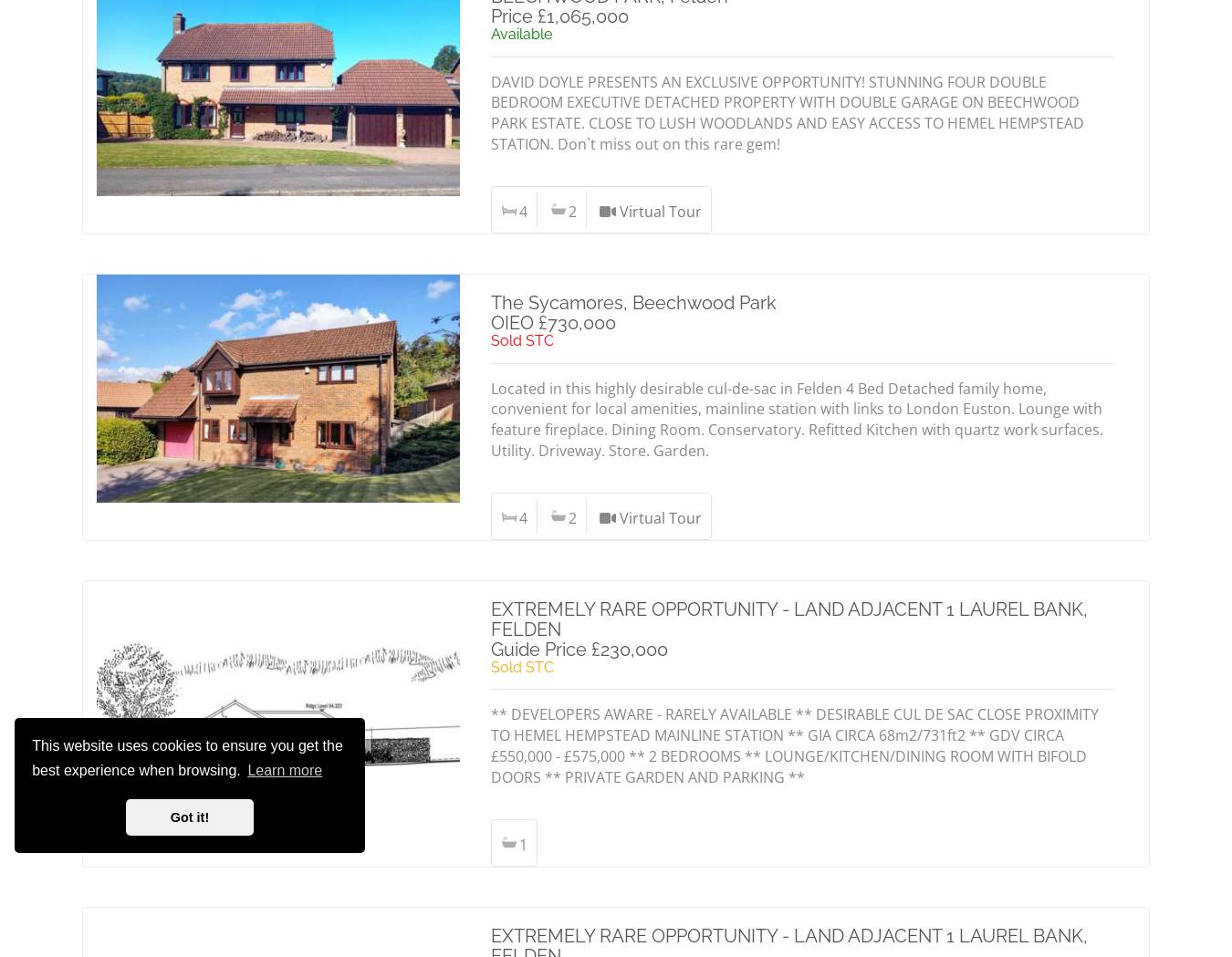 This screenshot has width=1232, height=957. What do you see at coordinates (788, 112) in the screenshot?
I see `'DAVID DOYLE PRESENTS AN EXCLUSIVE OPPORTUNITY! STUNNING FOUR DOUBLE BEDROOM EXECUTIVE DETACHED PROPERTY WITH DOUBLE GARAGE ON BEECHWOOD PARK ESTATE. CLOSE TO LUSH WOODLANDS AND EASY ACCESS TO HEMEL HEMPSTEAD STATION. Don`t miss out on this rare gem!'` at bounding box center [788, 112].